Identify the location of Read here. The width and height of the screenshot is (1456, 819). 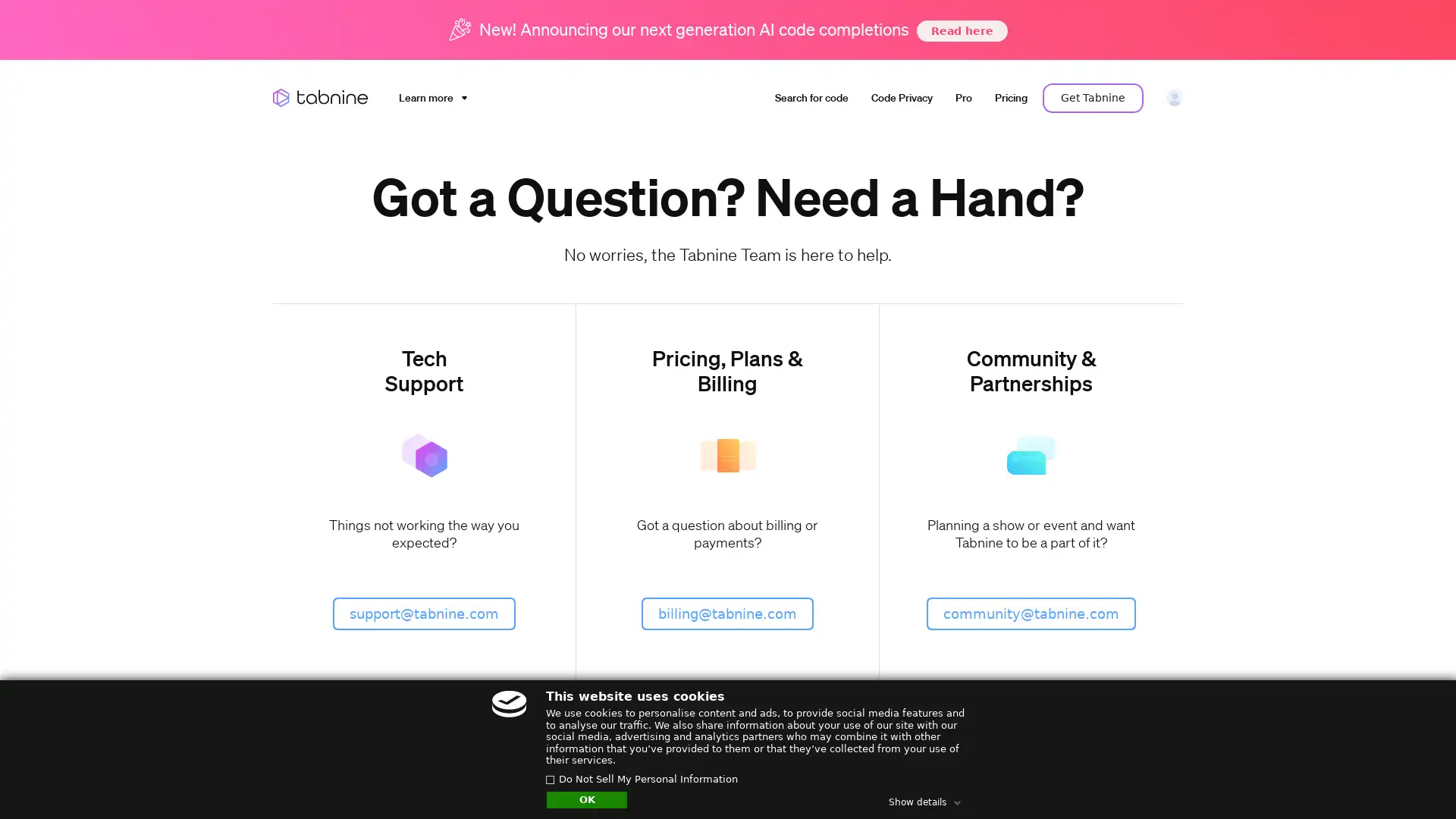
(960, 30).